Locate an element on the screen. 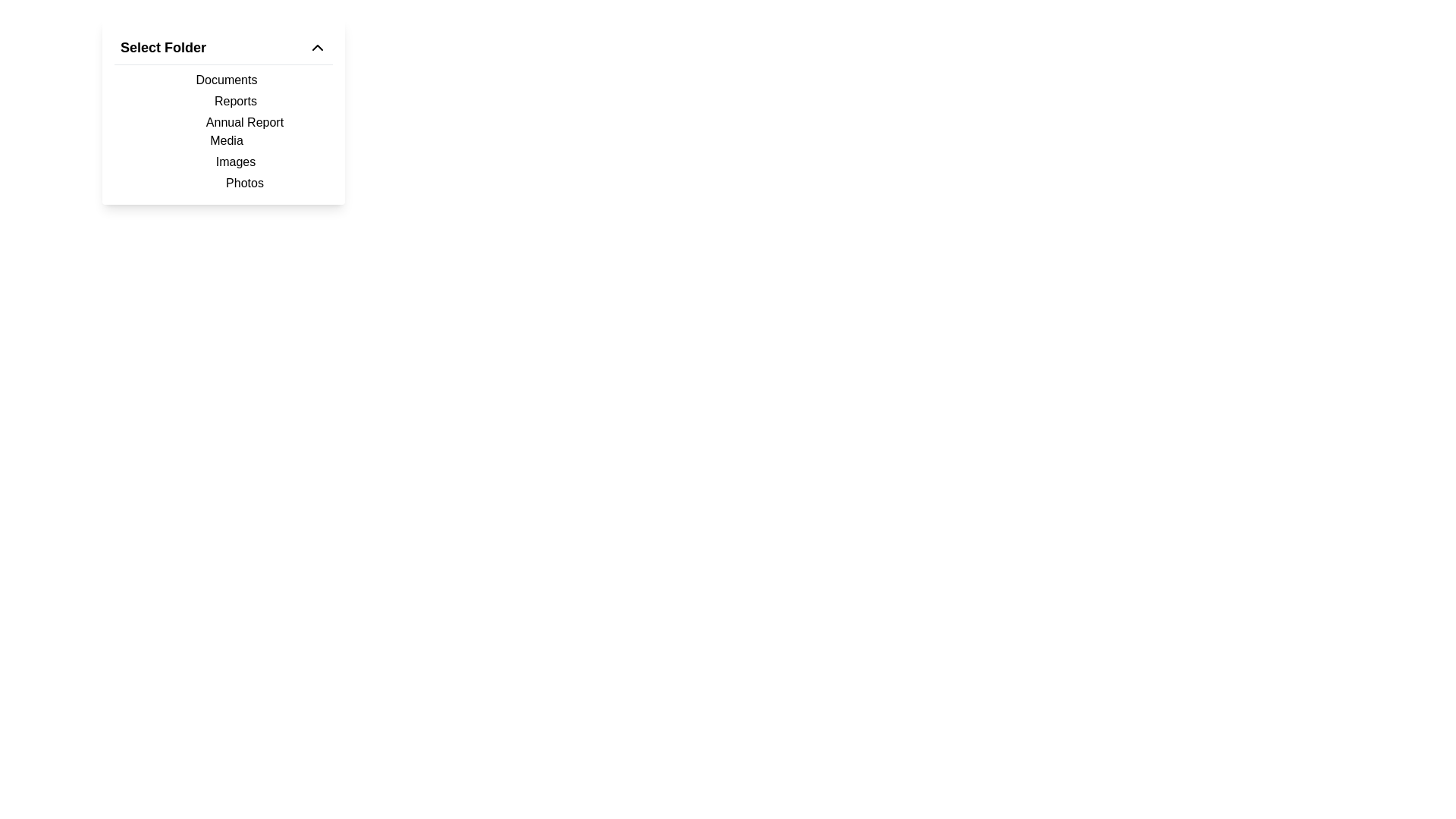 The height and width of the screenshot is (819, 1456). the text label that serves as a title for the dropdown menu is located at coordinates (163, 46).